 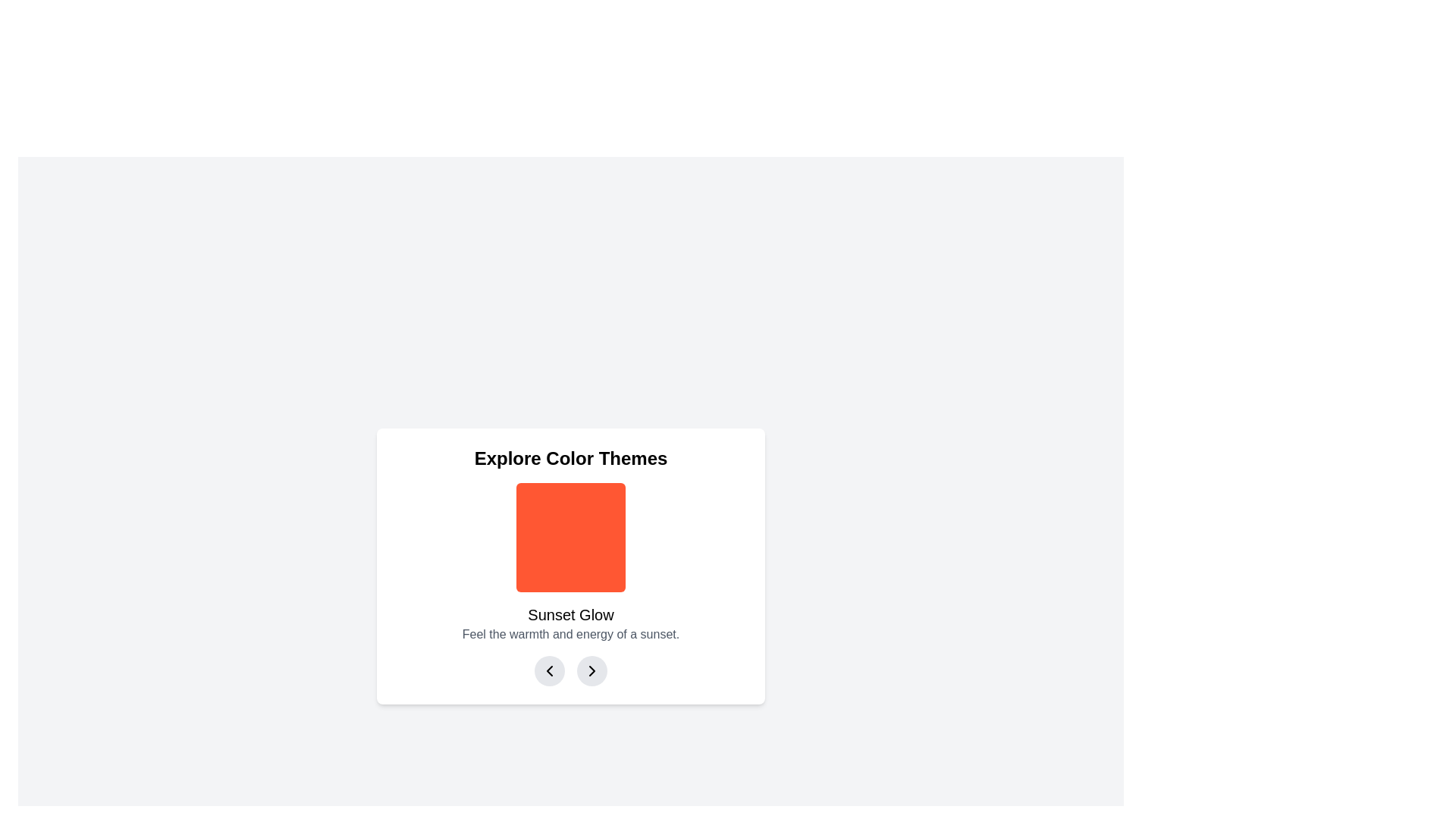 I want to click on the left-pointing chevron SVG icon, which is part of a circular button located beneath the content display and to the left of a similar right-pointing icon, so click(x=548, y=670).